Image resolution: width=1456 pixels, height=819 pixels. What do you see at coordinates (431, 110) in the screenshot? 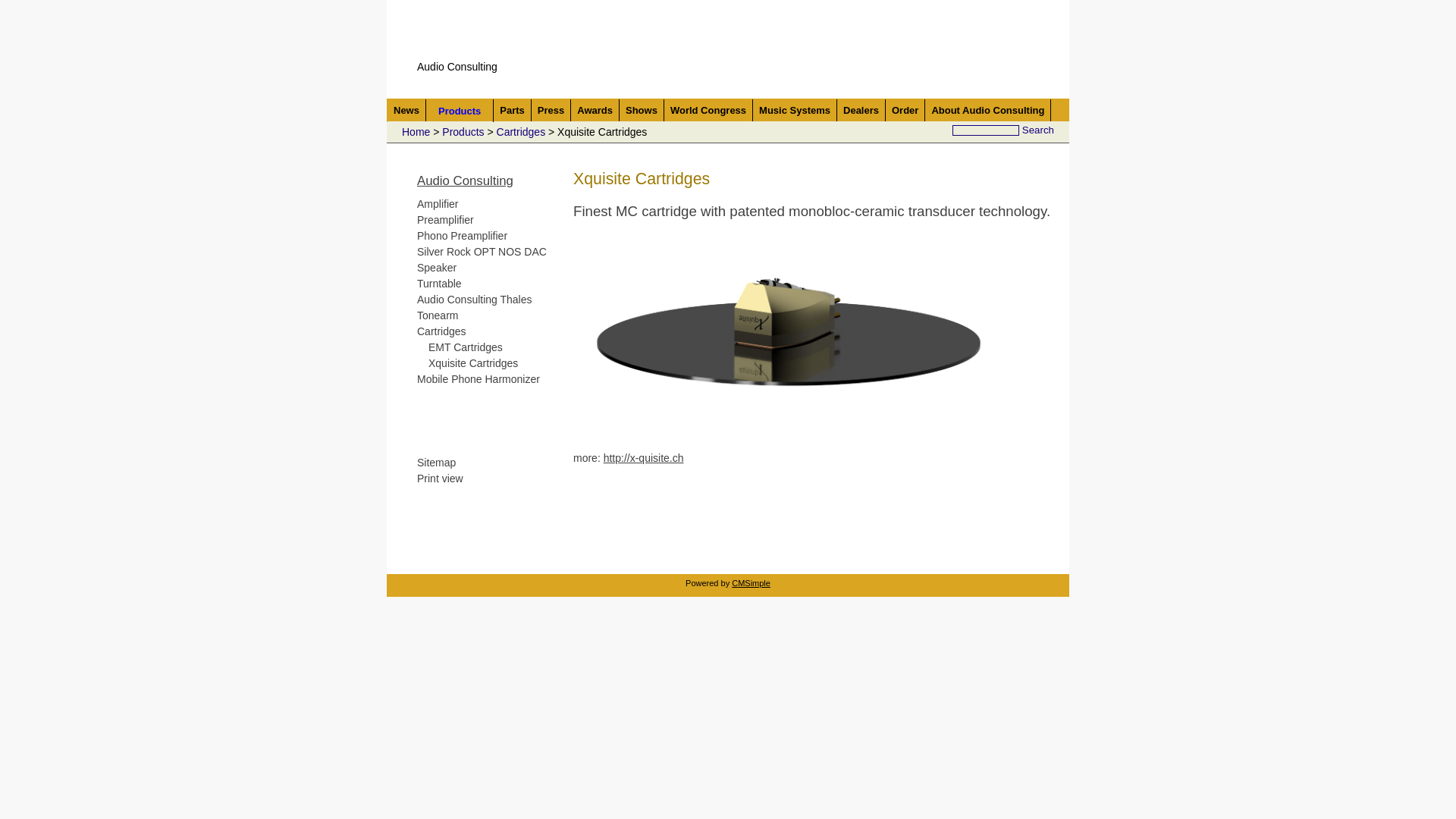
I see `'Products'` at bounding box center [431, 110].